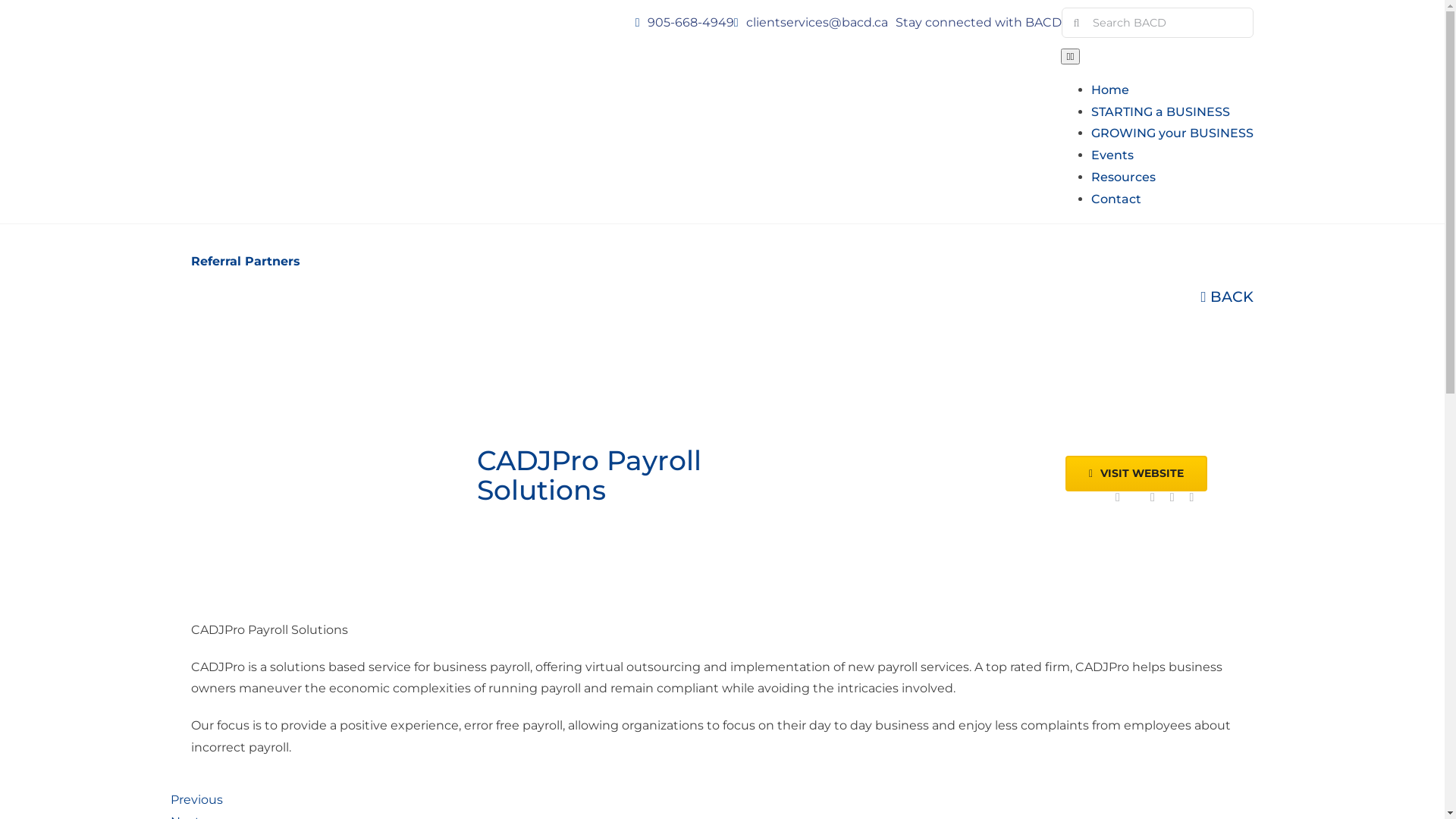  What do you see at coordinates (1116, 198) in the screenshot?
I see `'Contact'` at bounding box center [1116, 198].